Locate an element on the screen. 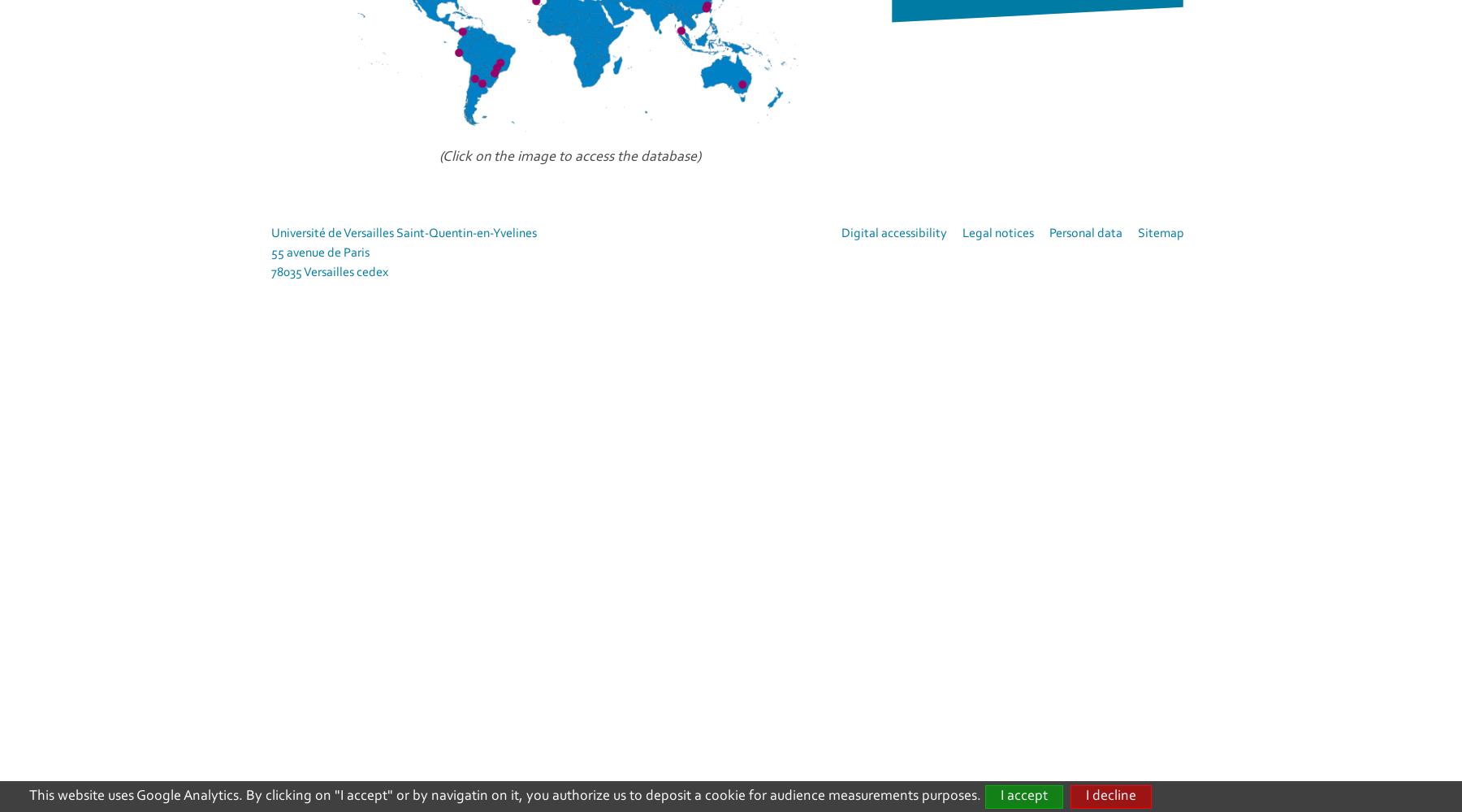 The image size is (1462, 812). 'I decline' is located at coordinates (1084, 795).